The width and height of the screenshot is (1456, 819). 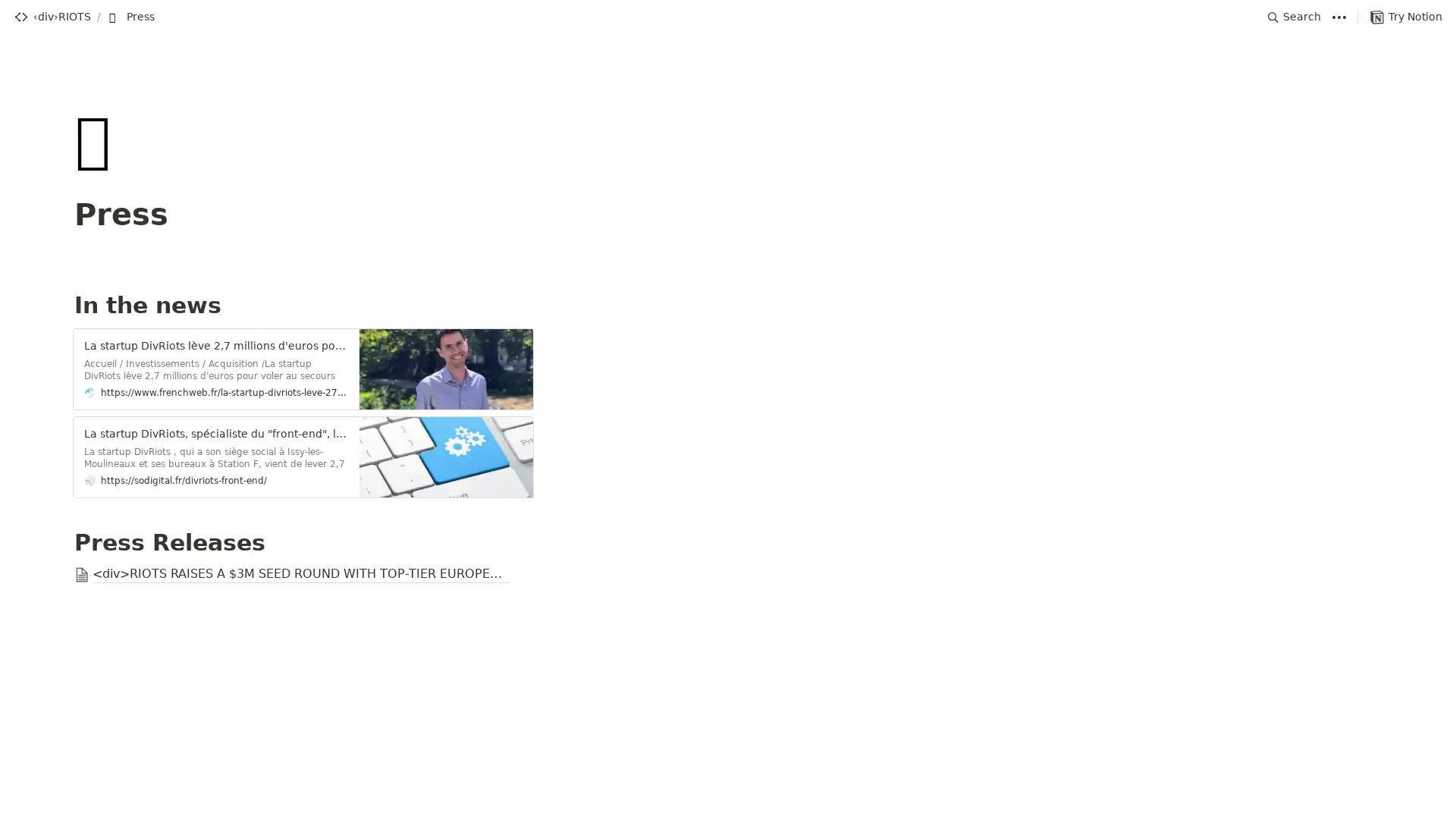 What do you see at coordinates (52, 17) in the screenshot?
I see `divRIOTS` at bounding box center [52, 17].